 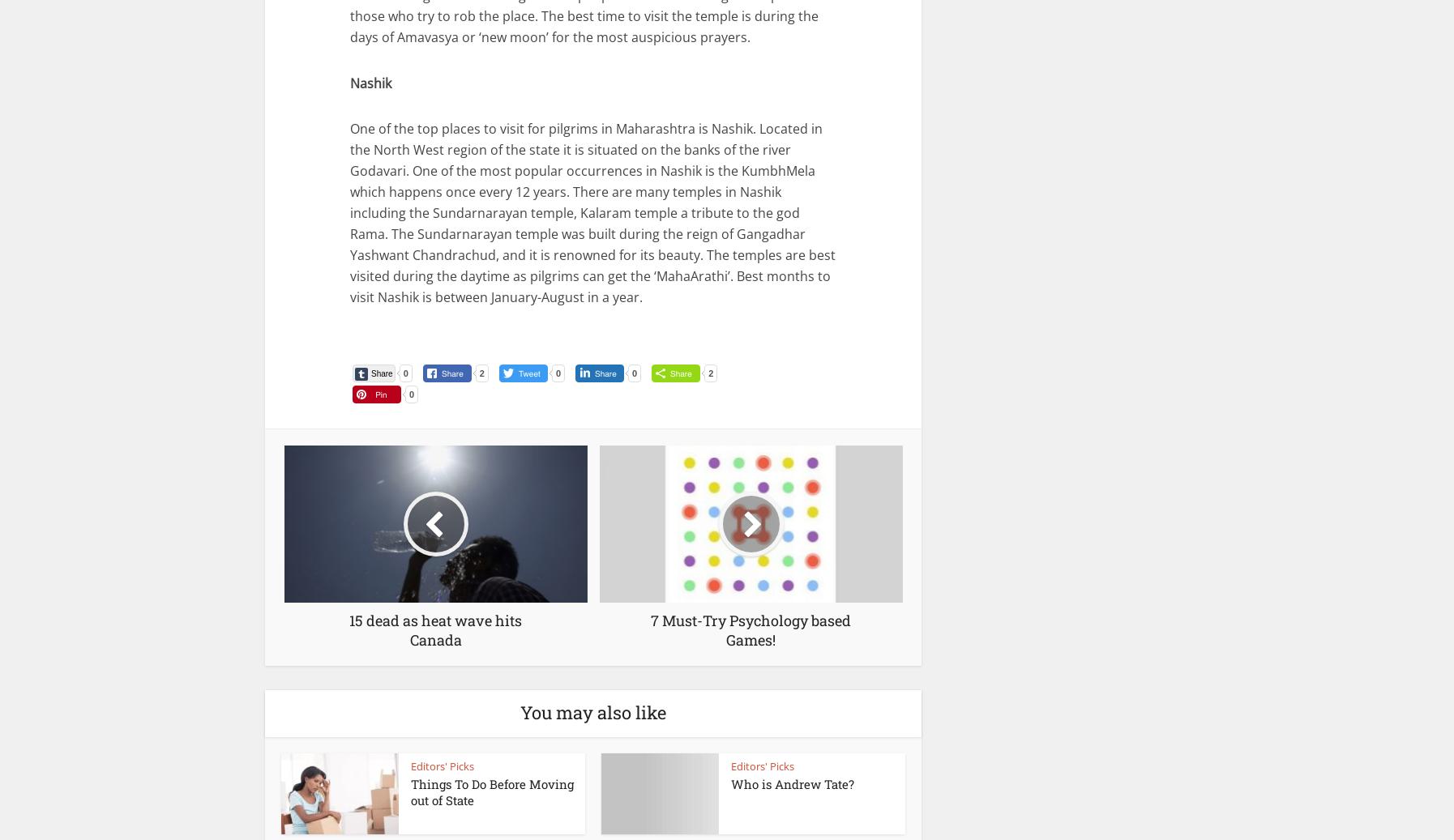 I want to click on 'You may also like', so click(x=592, y=712).